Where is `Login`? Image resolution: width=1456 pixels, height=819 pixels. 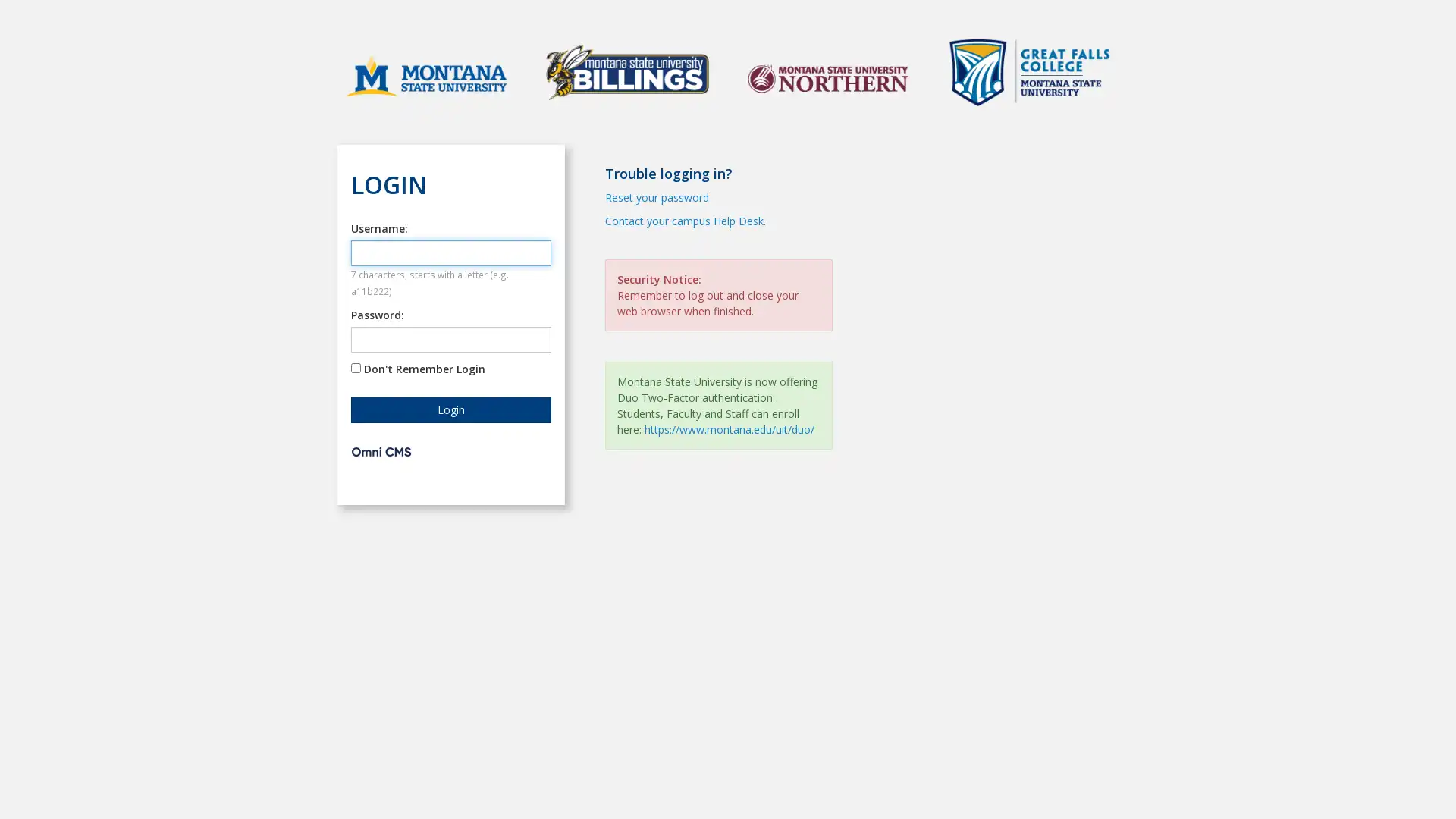
Login is located at coordinates (450, 409).